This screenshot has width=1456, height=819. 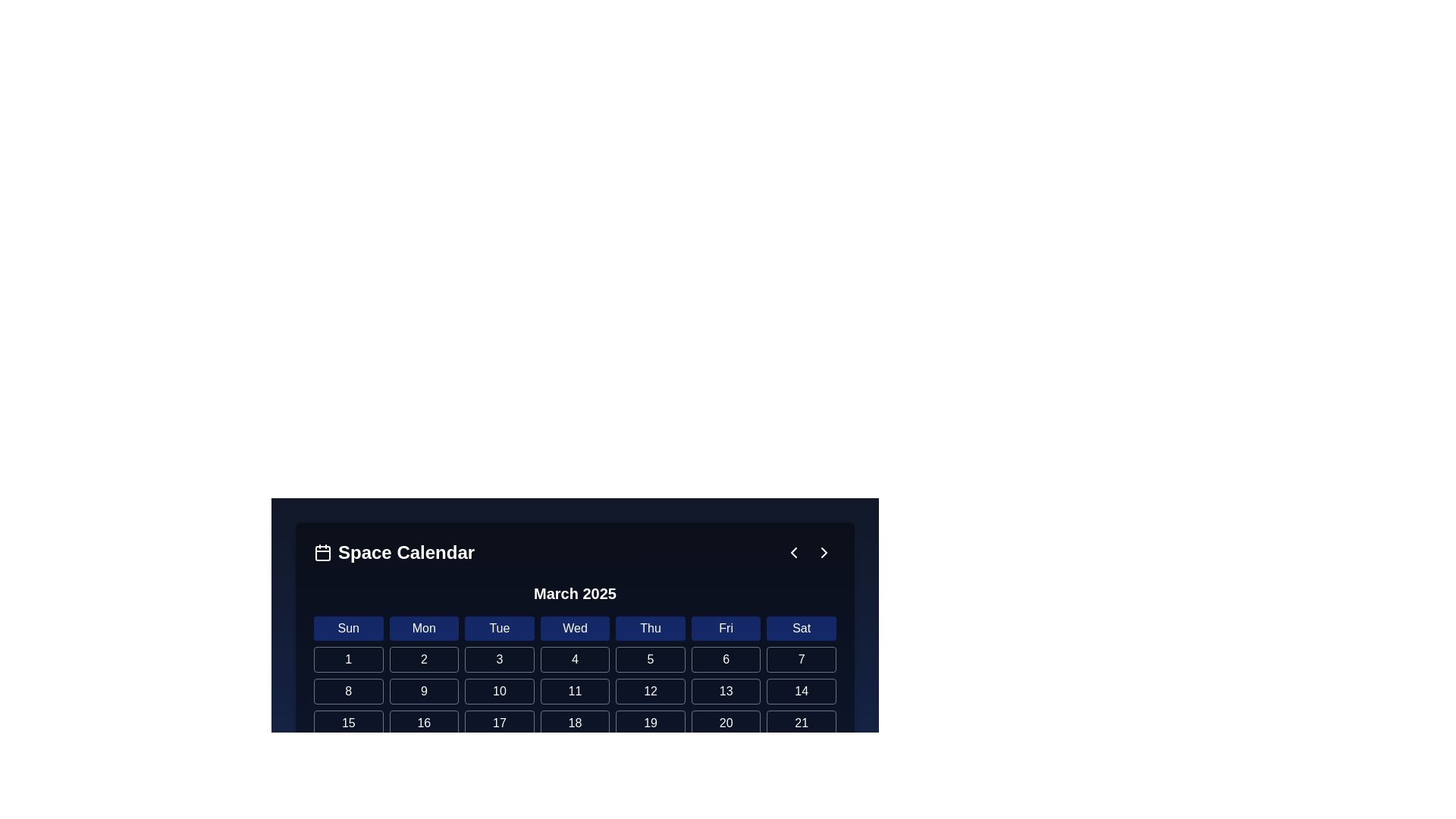 What do you see at coordinates (394, 553) in the screenshot?
I see `displayed text of the Text label with an accompanying icon, which serves as the title for the calendar interface, located in the top-left section of the interface` at bounding box center [394, 553].